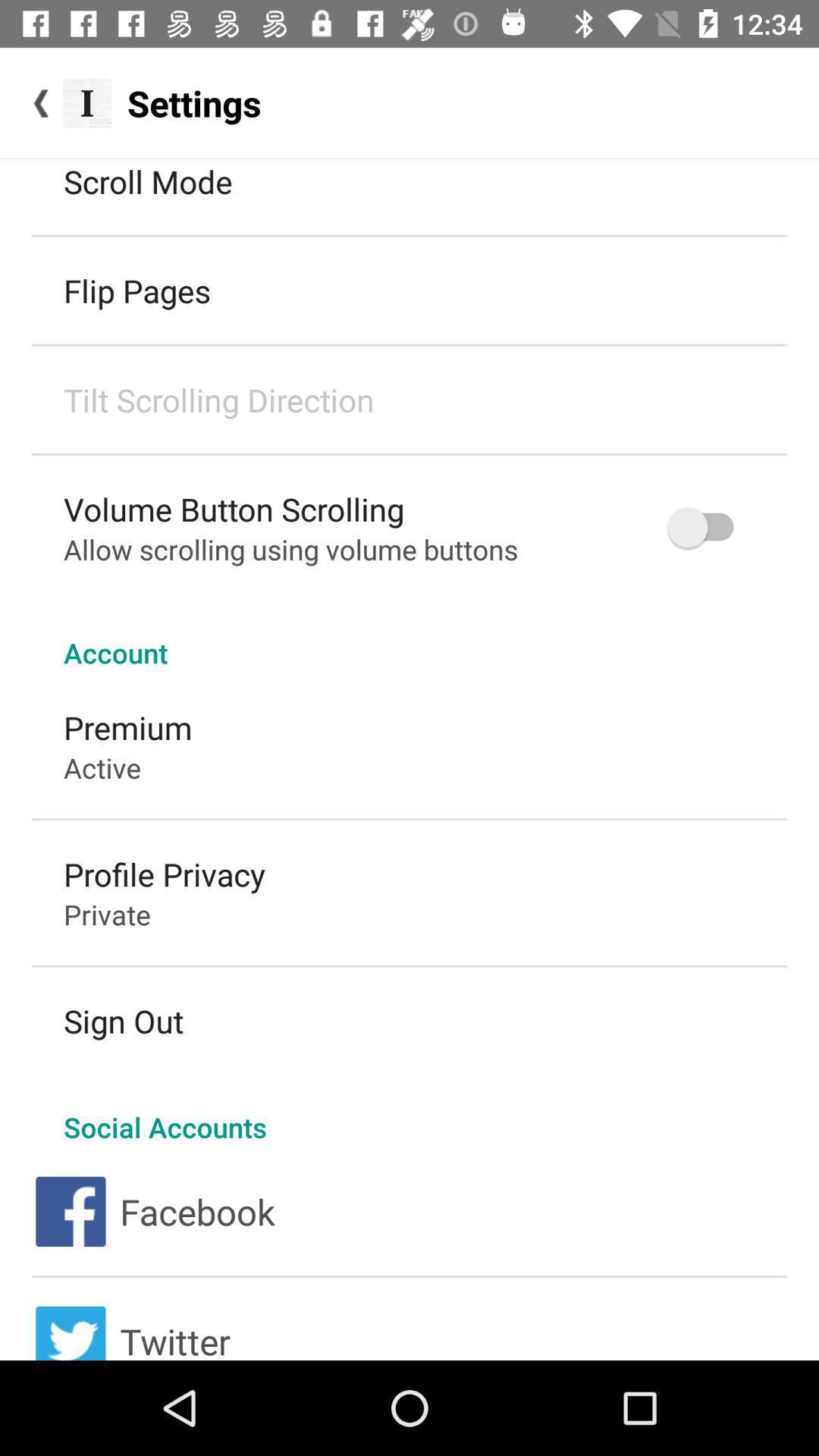  I want to click on the icon above profile privacy item, so click(102, 767).